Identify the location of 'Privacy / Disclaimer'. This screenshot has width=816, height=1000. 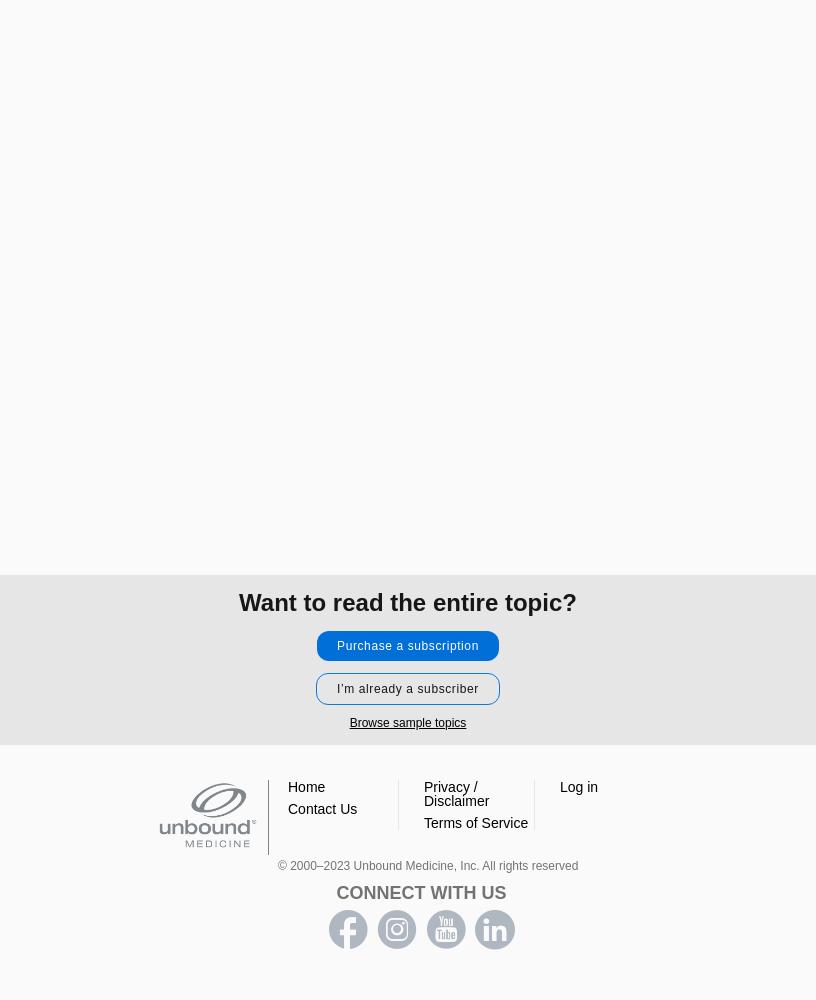
(422, 794).